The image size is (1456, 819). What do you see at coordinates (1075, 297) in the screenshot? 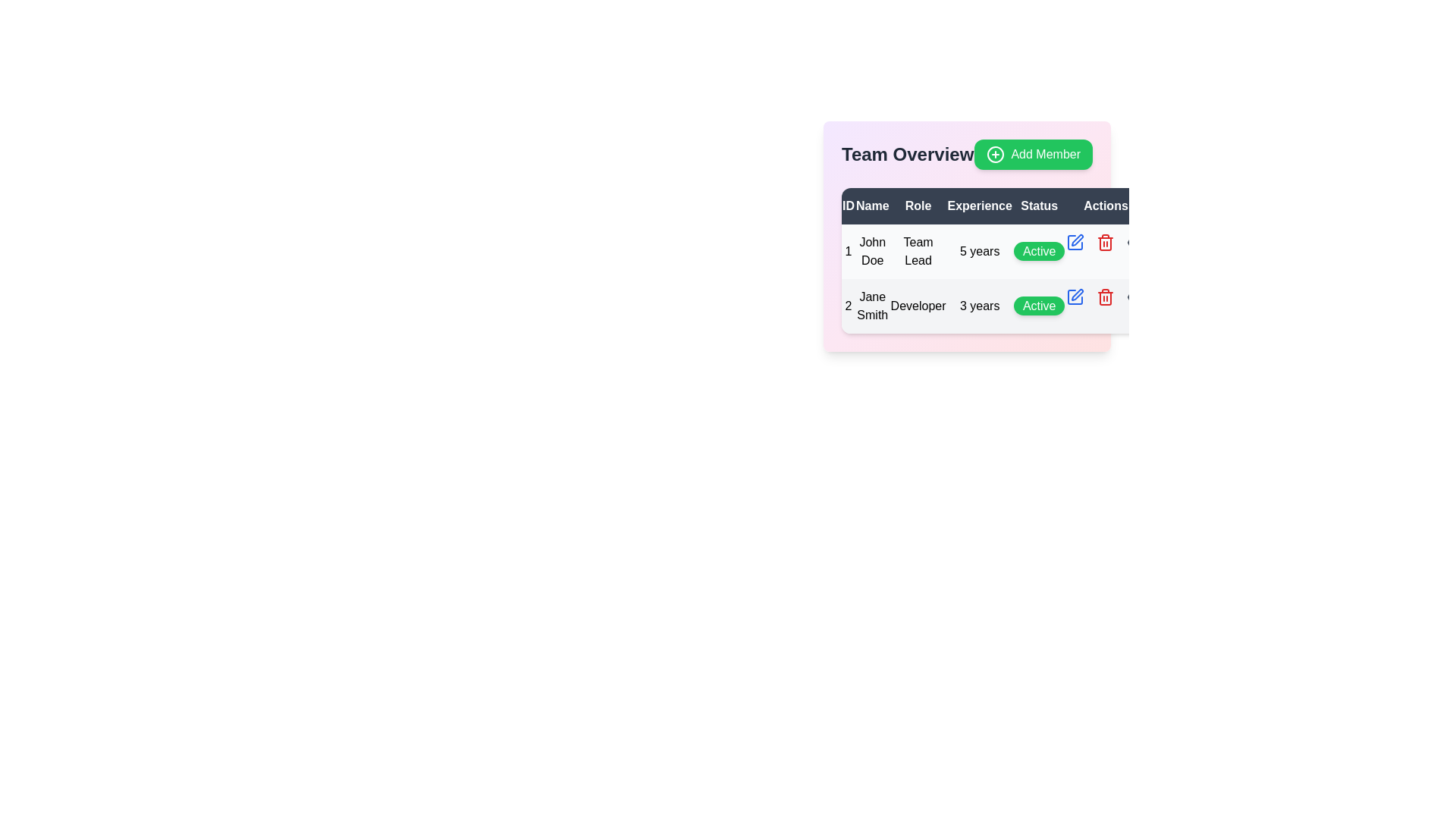
I see `the edit icon button in the Actions column for Jane Smith's row to change its color` at bounding box center [1075, 297].